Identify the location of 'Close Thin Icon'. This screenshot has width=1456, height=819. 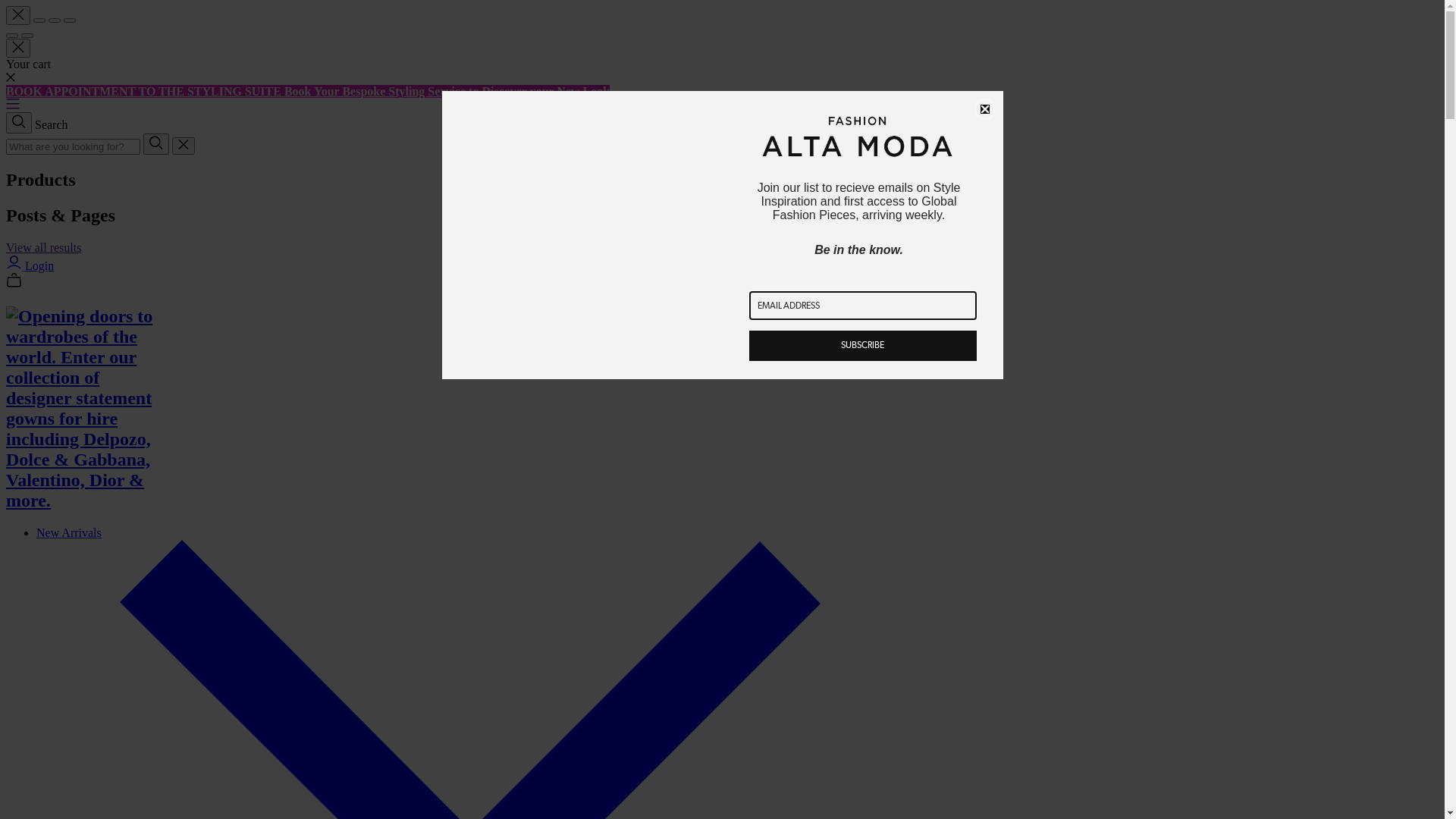
(18, 47).